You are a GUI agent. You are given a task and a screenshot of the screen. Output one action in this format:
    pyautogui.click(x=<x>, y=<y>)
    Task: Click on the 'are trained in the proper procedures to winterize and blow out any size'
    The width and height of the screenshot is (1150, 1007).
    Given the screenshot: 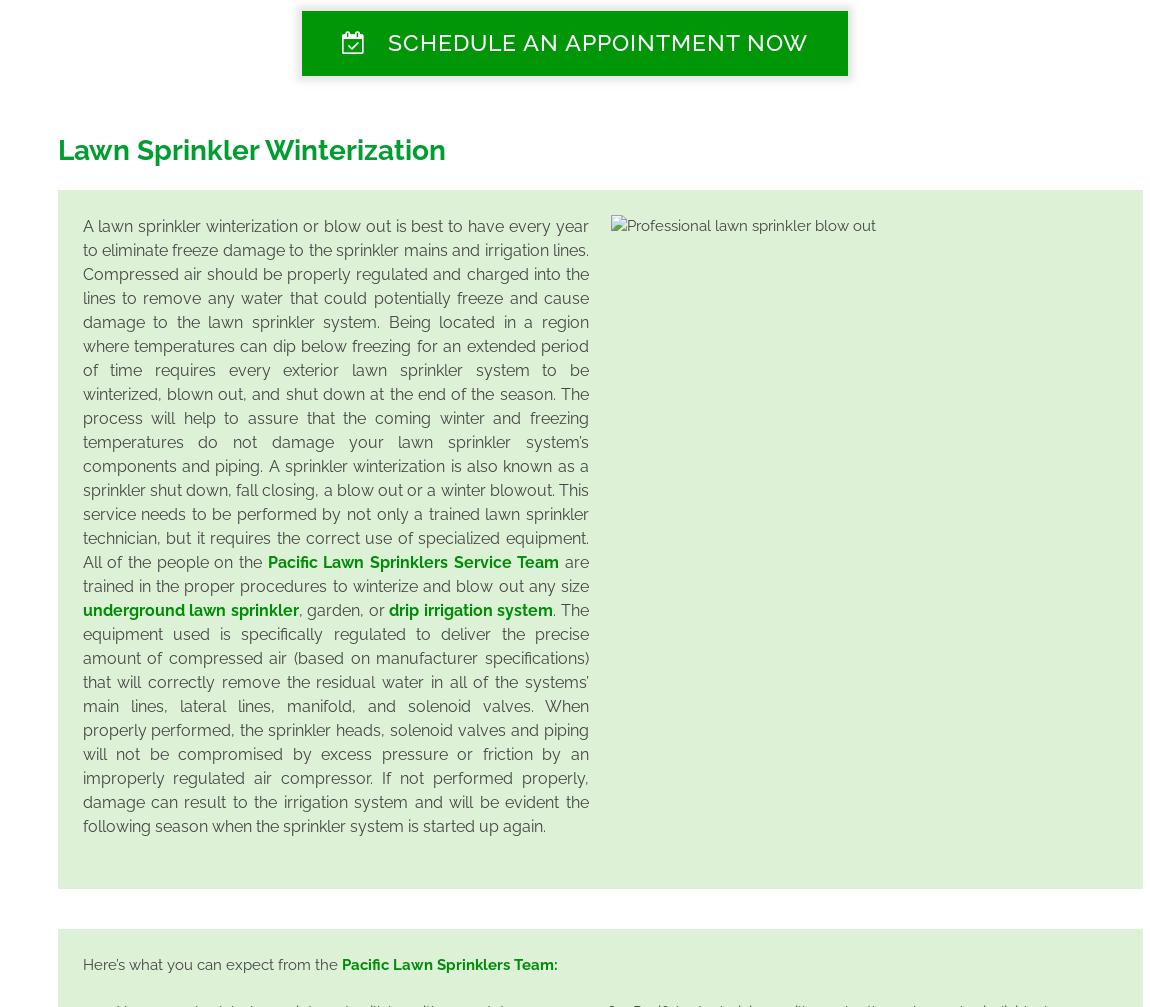 What is the action you would take?
    pyautogui.click(x=335, y=572)
    